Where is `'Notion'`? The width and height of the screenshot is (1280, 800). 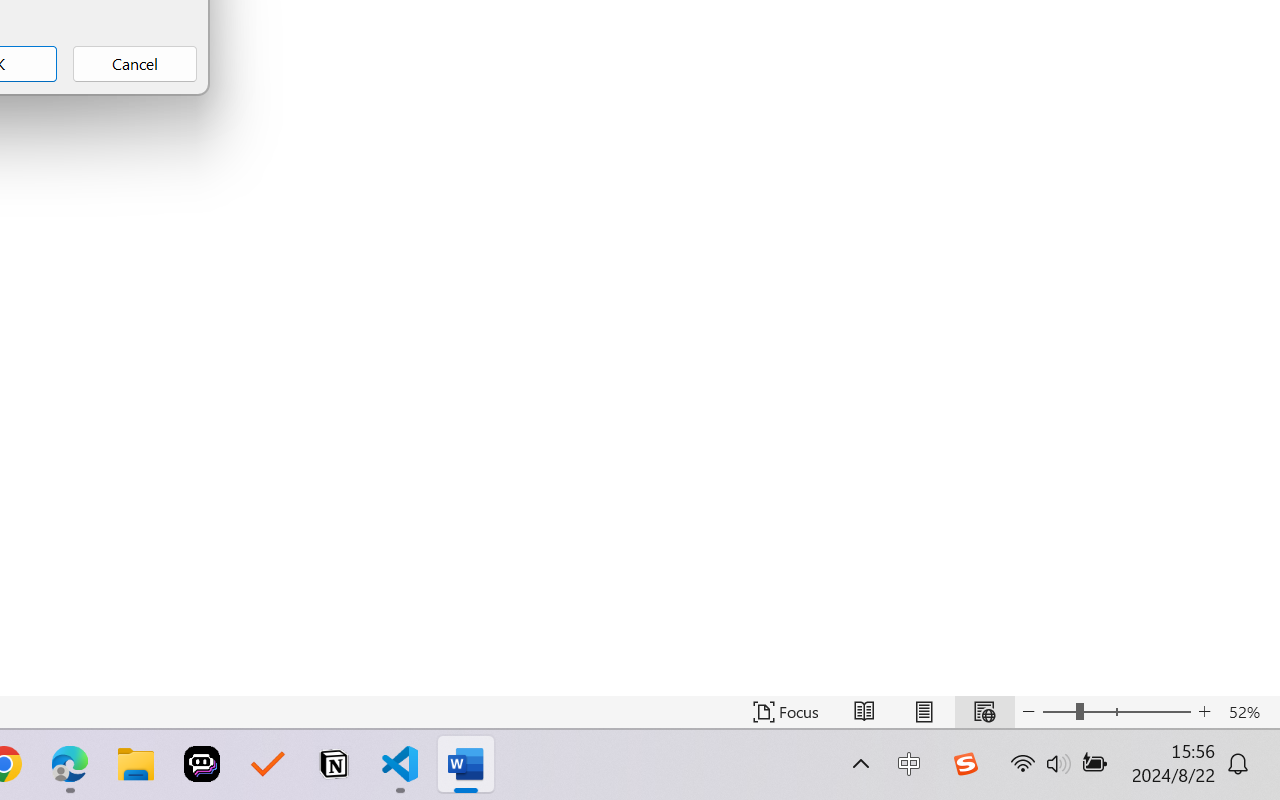
'Notion' is located at coordinates (334, 764).